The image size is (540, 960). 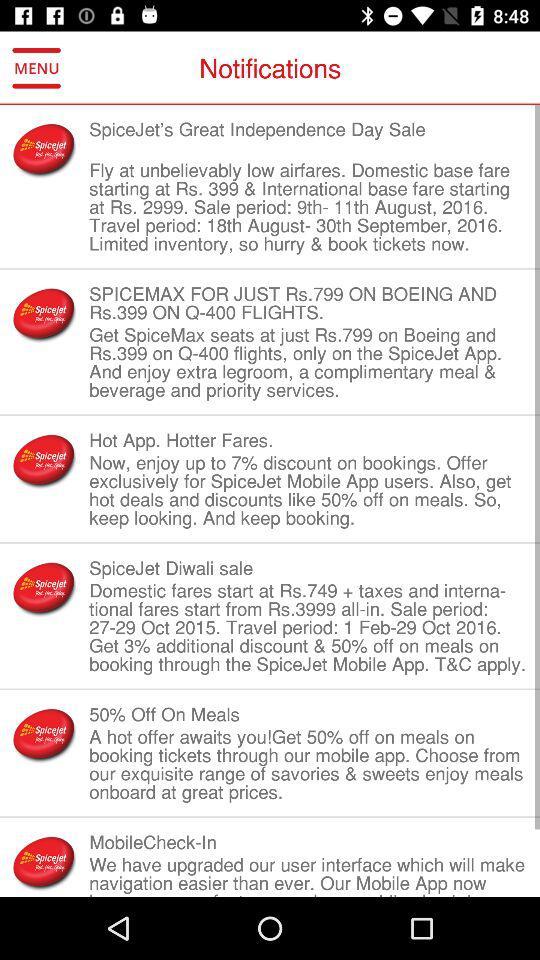 What do you see at coordinates (44, 733) in the screenshot?
I see `the item to the left of the 50 off on icon` at bounding box center [44, 733].